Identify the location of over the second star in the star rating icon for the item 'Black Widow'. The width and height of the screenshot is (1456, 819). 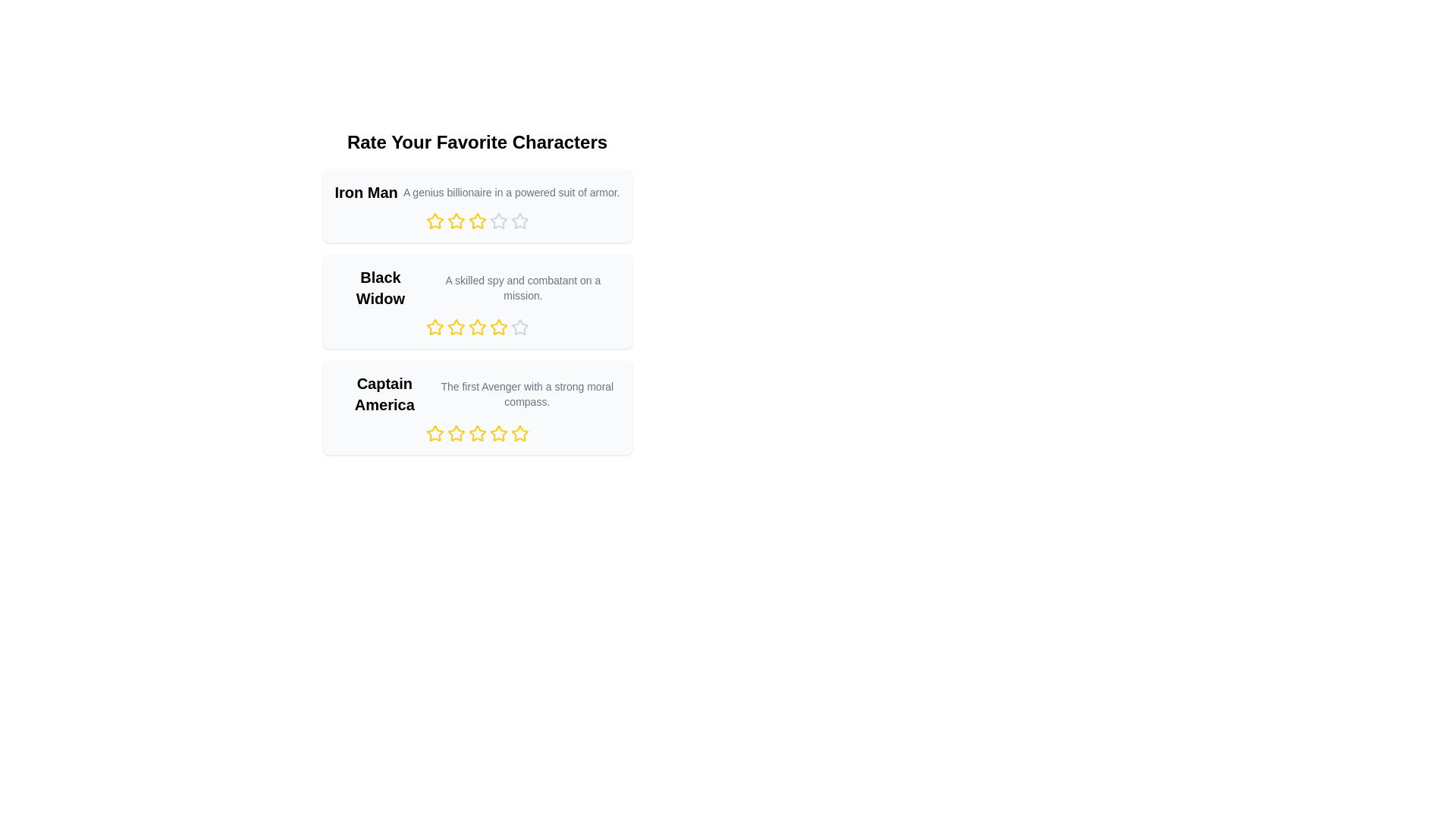
(455, 326).